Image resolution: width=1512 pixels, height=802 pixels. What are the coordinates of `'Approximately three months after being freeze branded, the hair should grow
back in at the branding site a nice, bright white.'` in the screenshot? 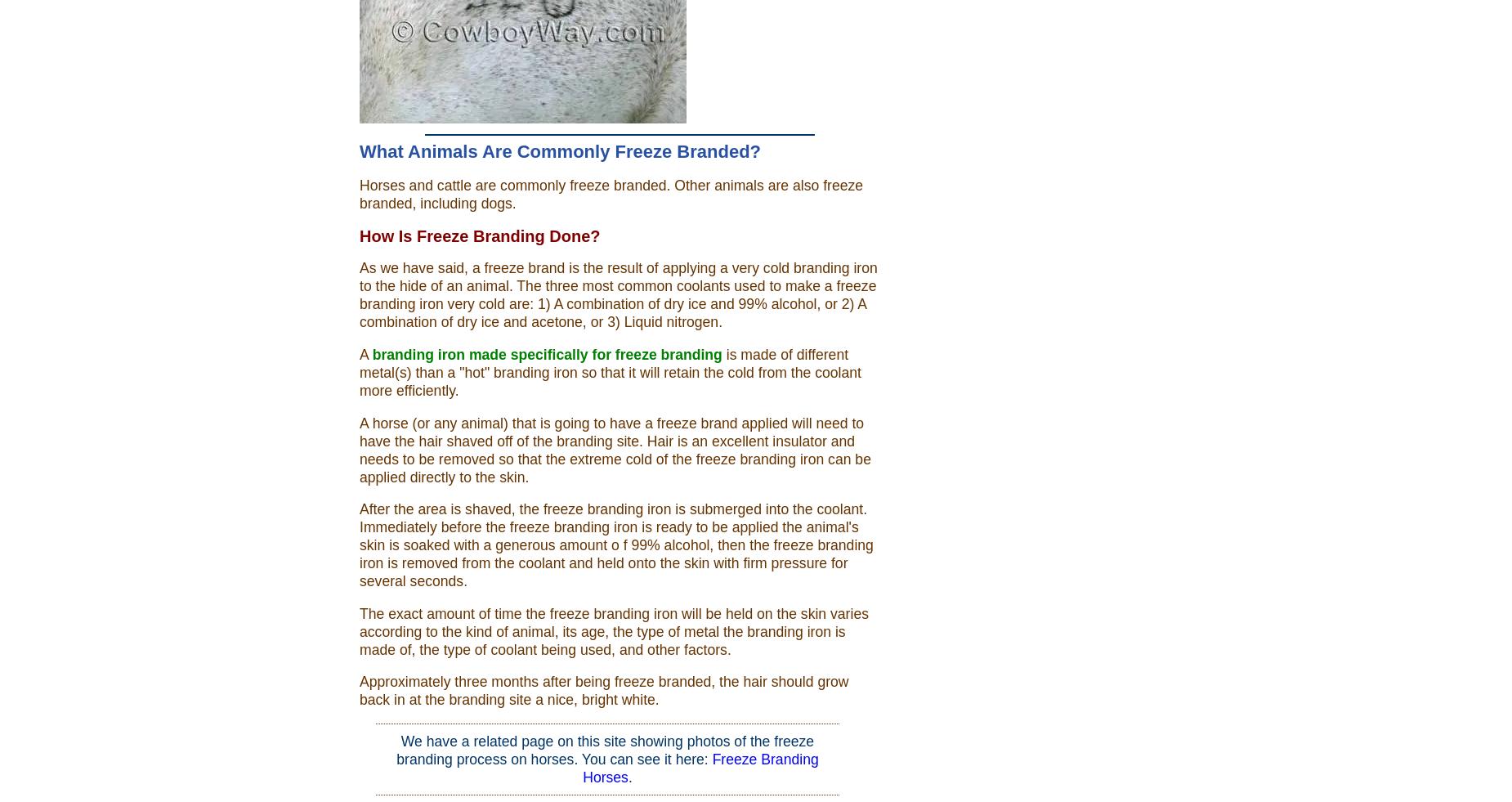 It's located at (604, 691).